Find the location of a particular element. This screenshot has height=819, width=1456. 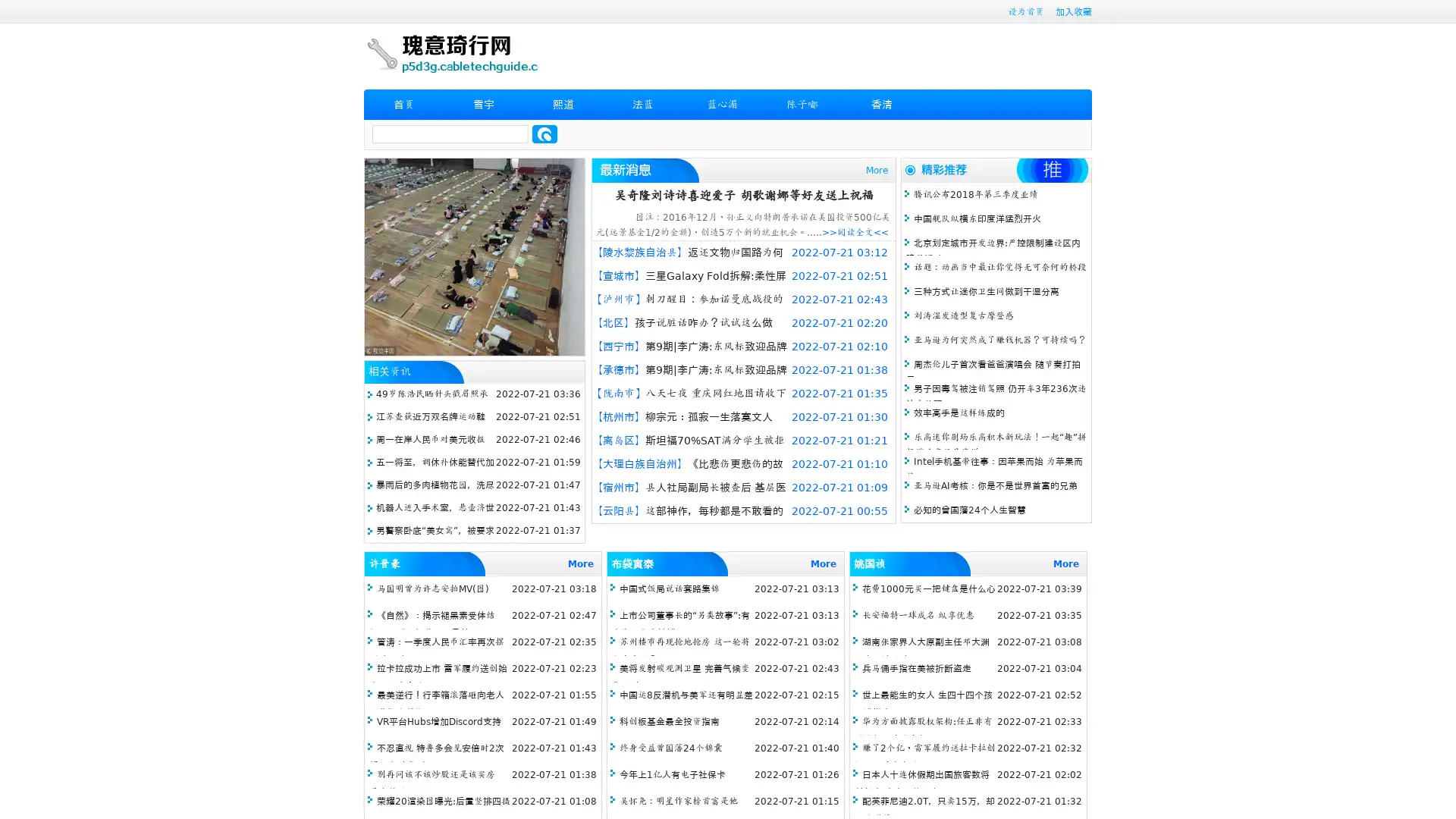

Search is located at coordinates (544, 133).